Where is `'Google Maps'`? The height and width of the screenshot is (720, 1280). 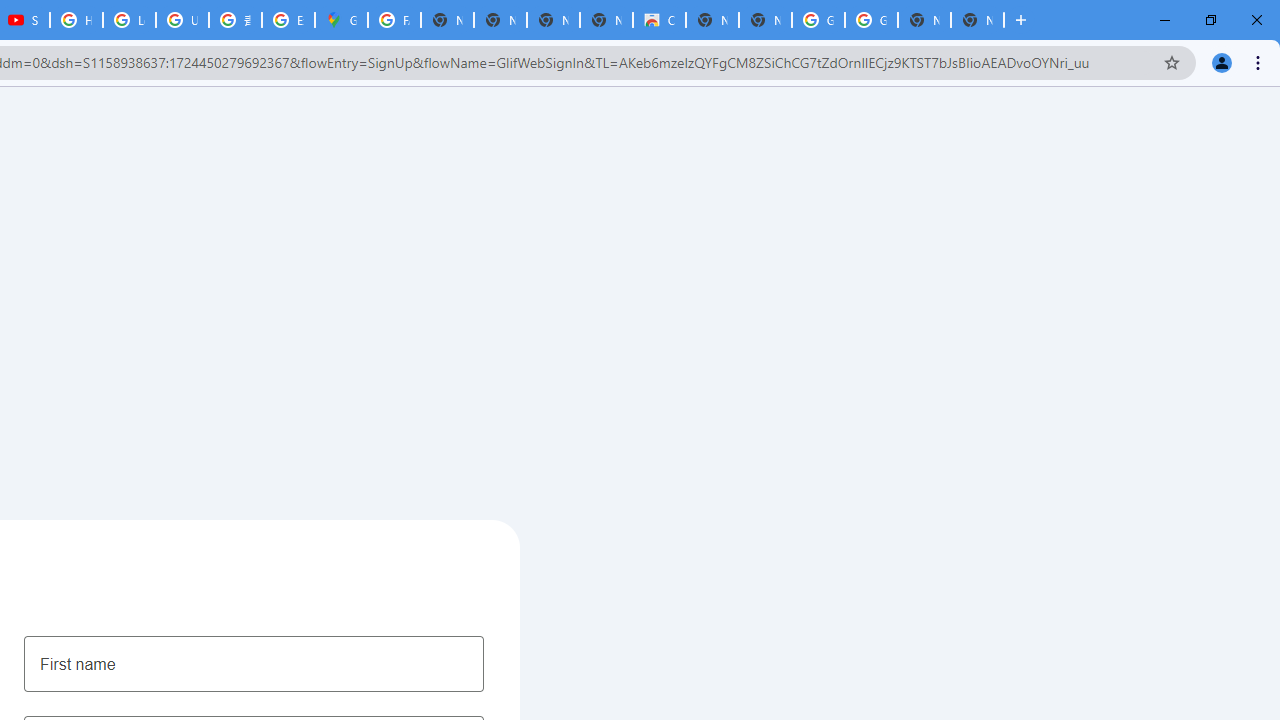
'Google Maps' is located at coordinates (341, 20).